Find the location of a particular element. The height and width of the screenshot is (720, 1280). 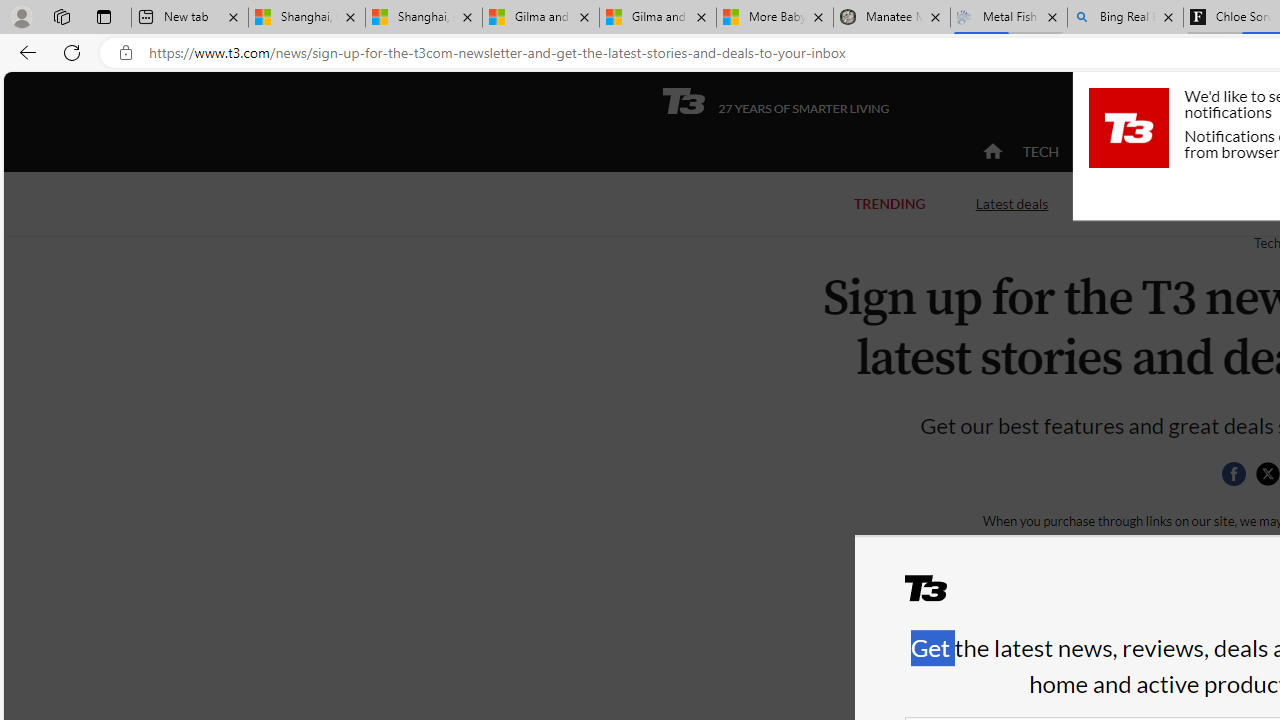

'New tab' is located at coordinates (190, 17).